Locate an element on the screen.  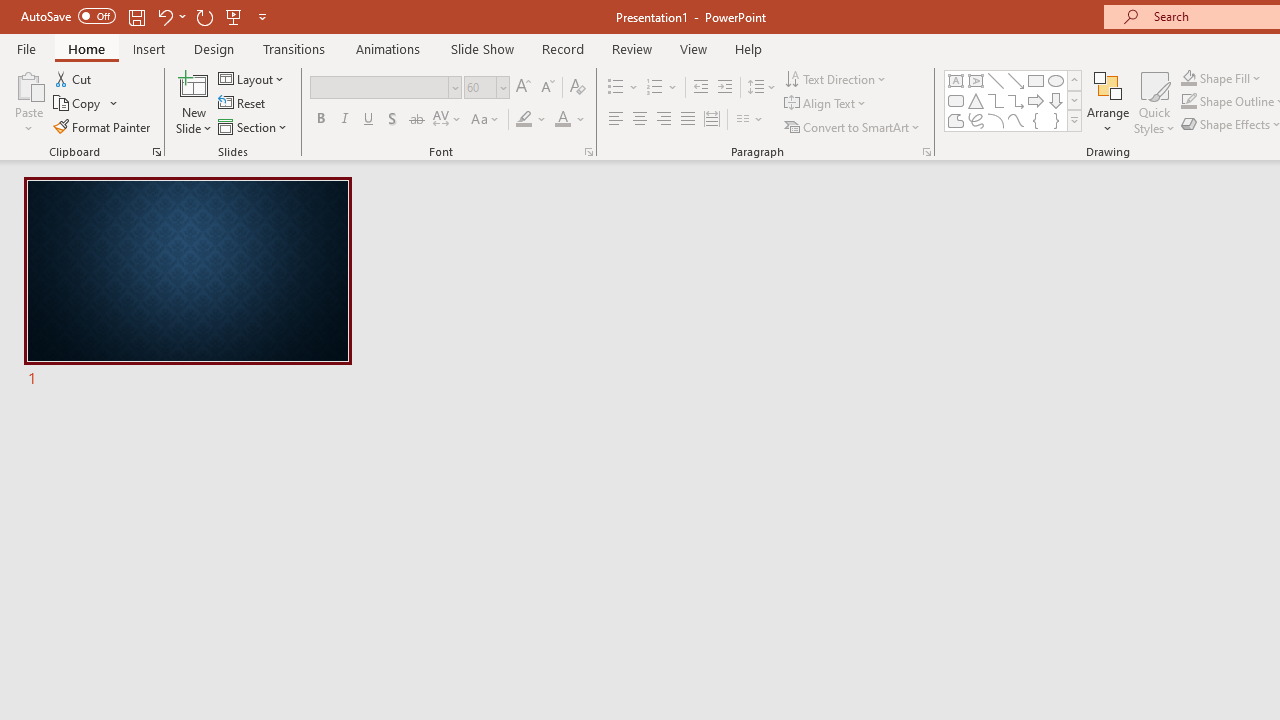
'Underline' is located at coordinates (369, 119).